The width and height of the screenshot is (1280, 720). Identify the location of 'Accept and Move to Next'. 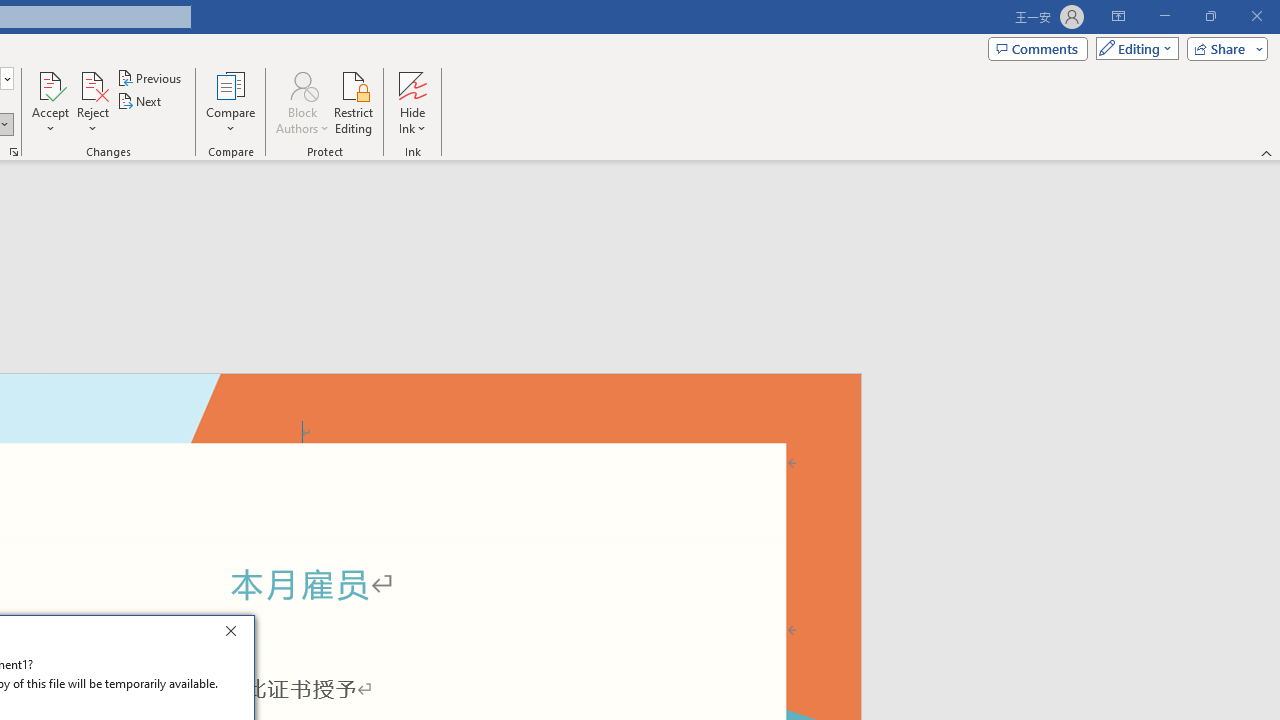
(50, 84).